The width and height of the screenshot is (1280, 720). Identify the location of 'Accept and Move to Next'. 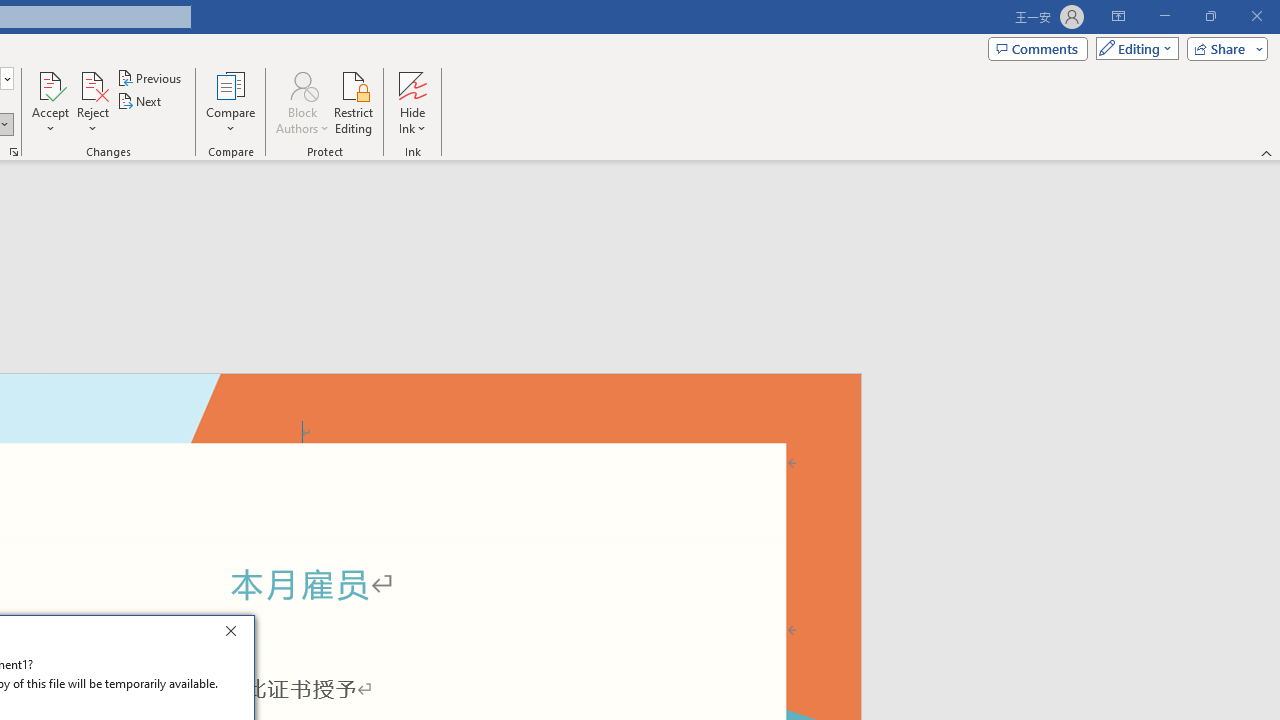
(50, 84).